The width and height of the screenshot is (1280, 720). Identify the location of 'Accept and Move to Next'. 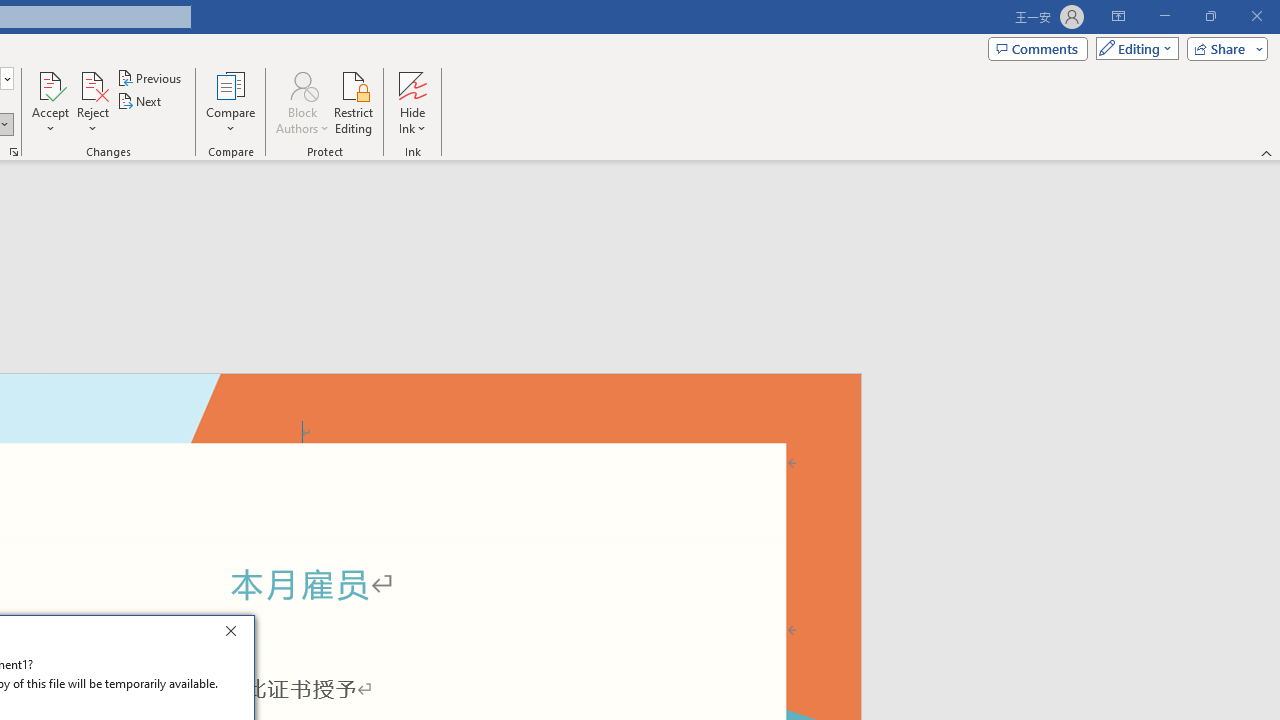
(50, 84).